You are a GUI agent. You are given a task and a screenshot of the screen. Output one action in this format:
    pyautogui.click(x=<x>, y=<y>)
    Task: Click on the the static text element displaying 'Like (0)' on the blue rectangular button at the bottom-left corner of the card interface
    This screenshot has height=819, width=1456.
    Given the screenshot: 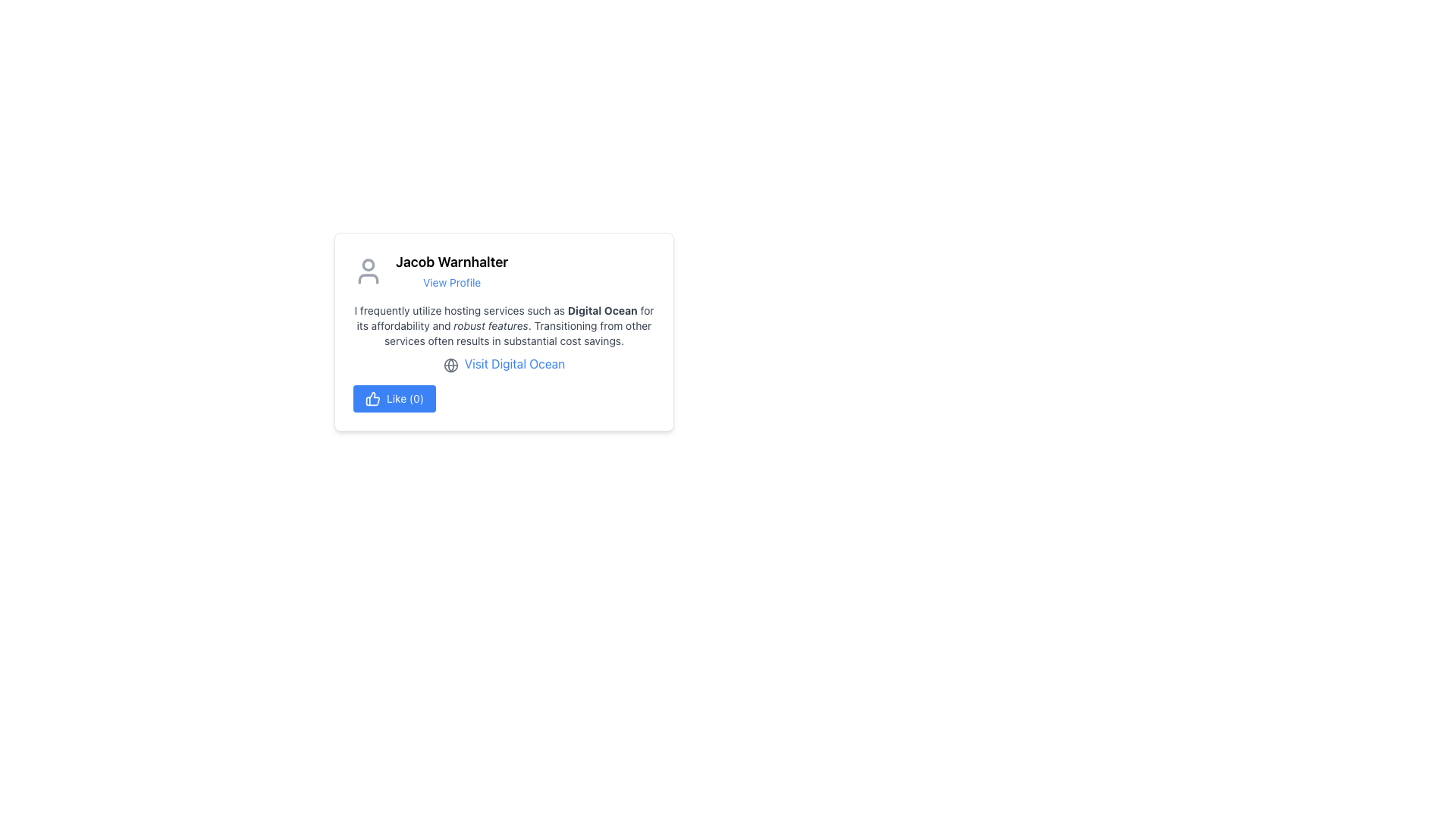 What is the action you would take?
    pyautogui.click(x=405, y=397)
    